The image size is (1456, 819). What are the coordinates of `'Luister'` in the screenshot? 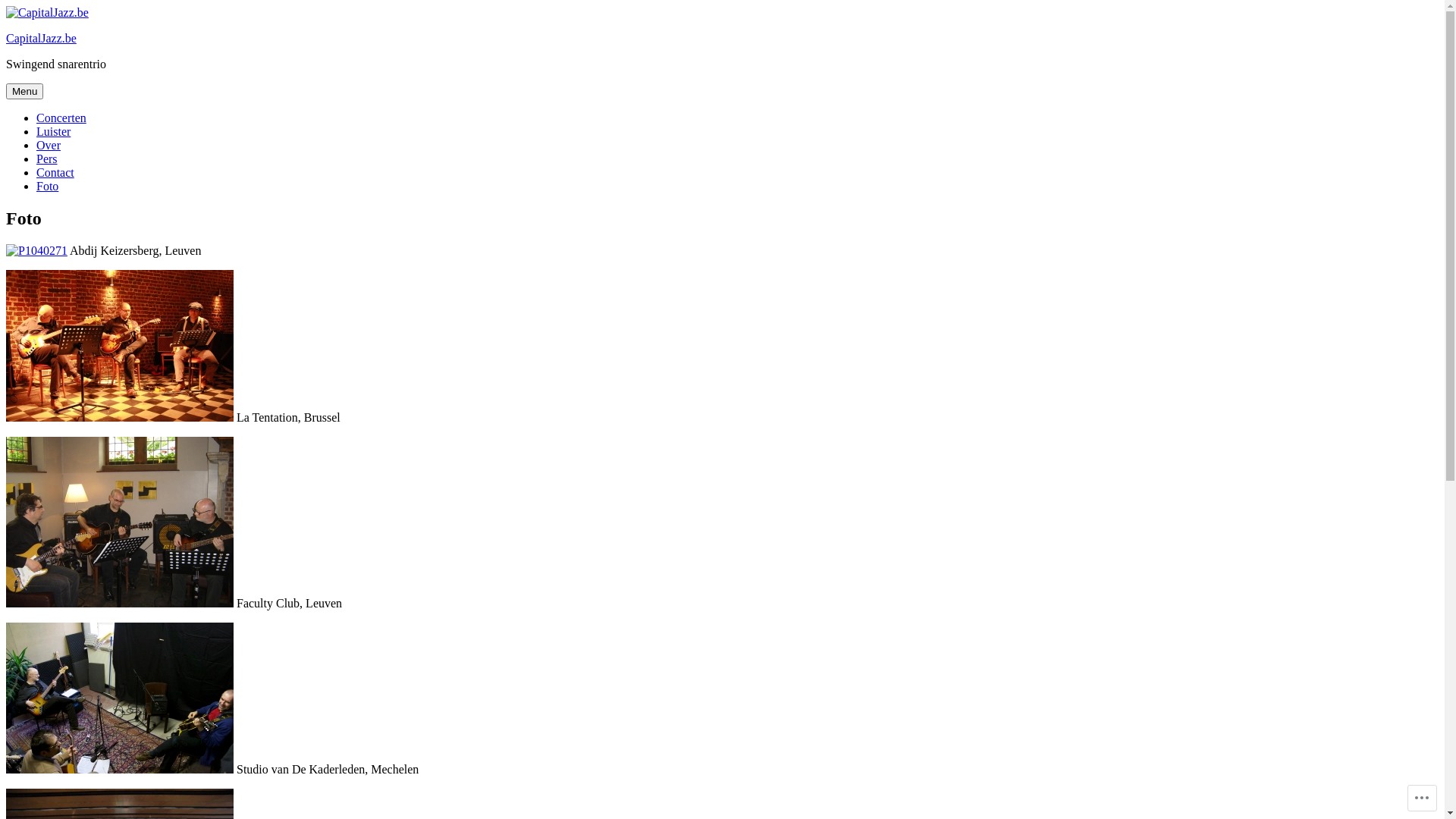 It's located at (53, 130).